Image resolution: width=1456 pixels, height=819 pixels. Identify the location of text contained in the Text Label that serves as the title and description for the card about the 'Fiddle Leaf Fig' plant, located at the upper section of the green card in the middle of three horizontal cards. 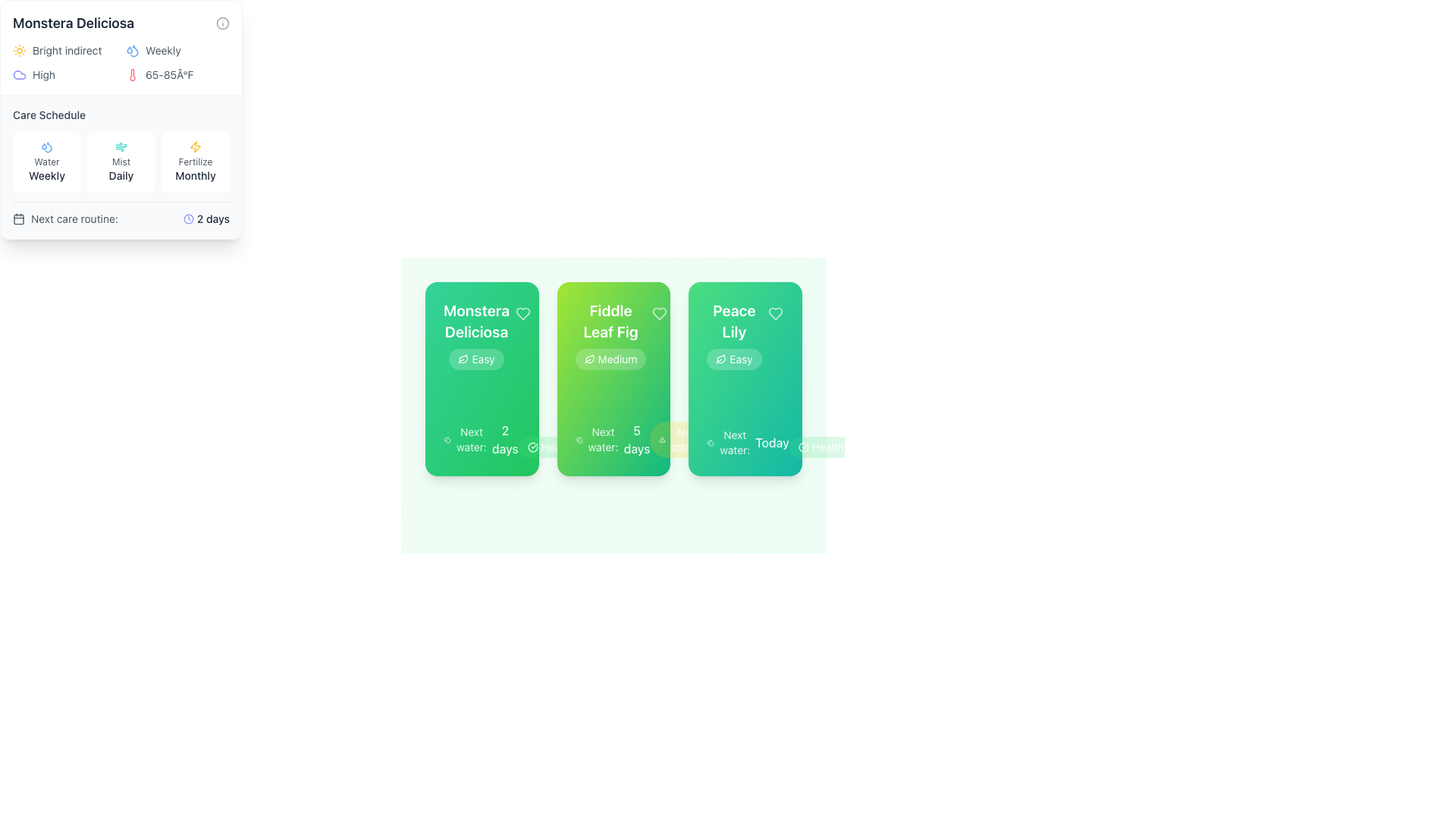
(613, 334).